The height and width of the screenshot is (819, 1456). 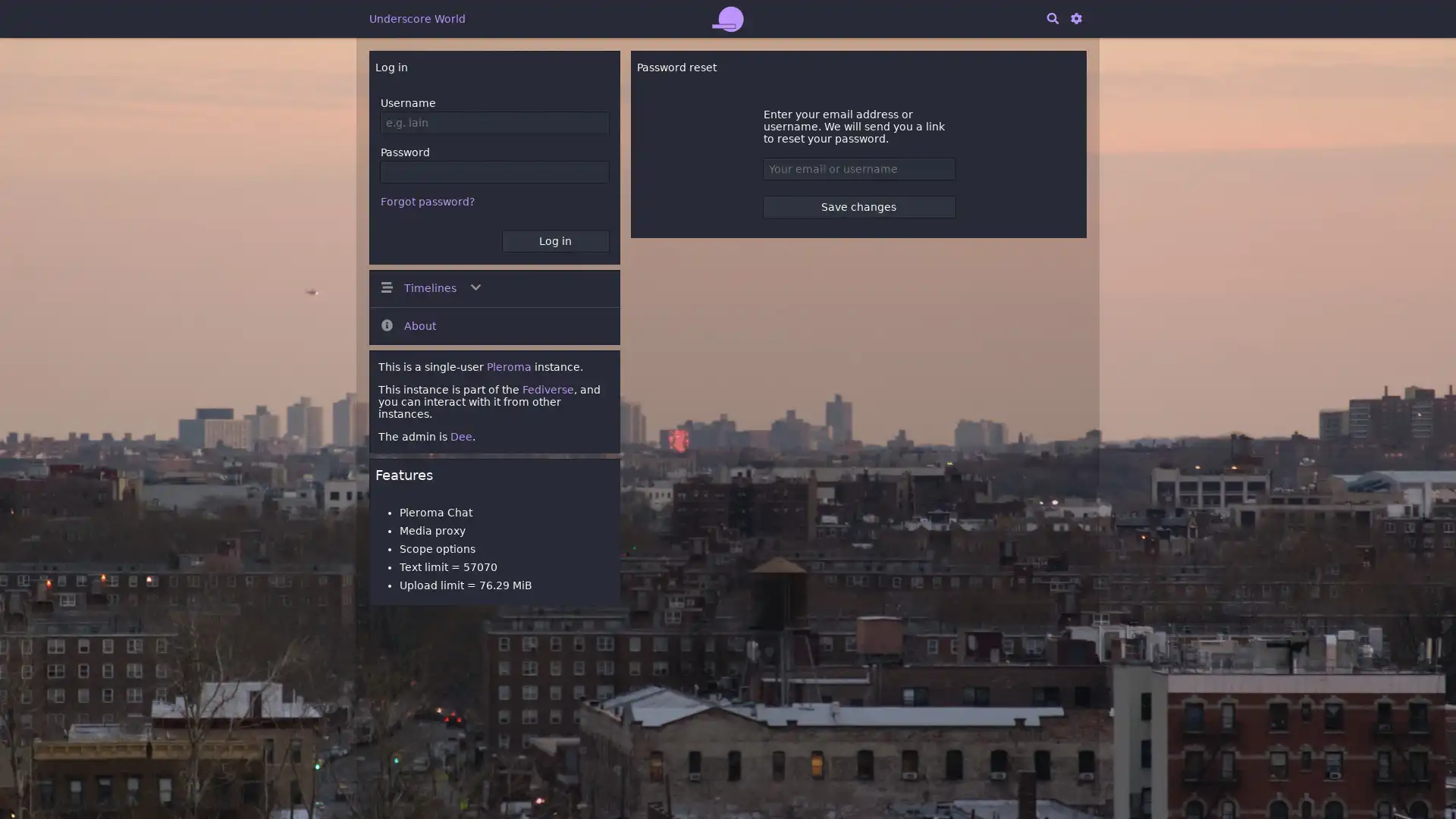 I want to click on Timelines, so click(x=494, y=287).